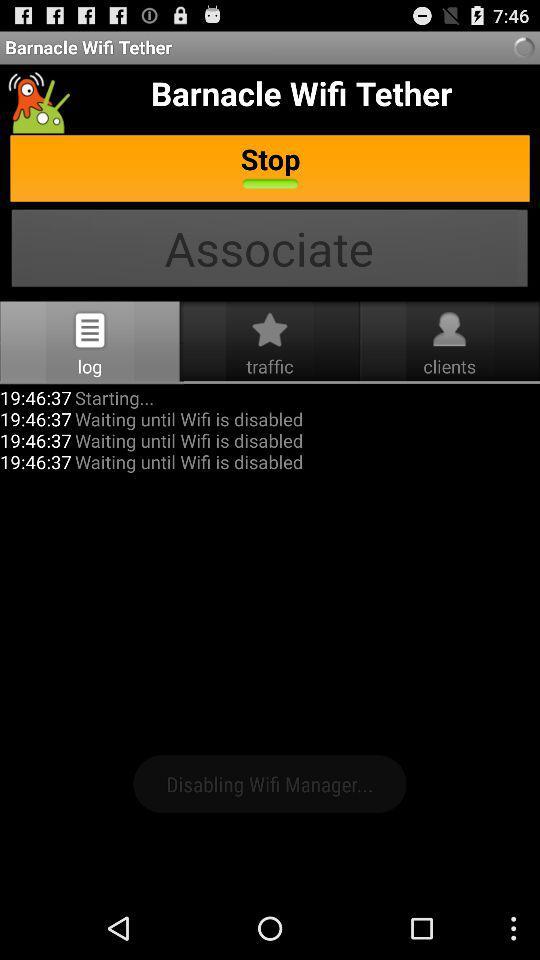  Describe the element at coordinates (38, 102) in the screenshot. I see `the icon which is just below the barnacle wifi tether` at that location.